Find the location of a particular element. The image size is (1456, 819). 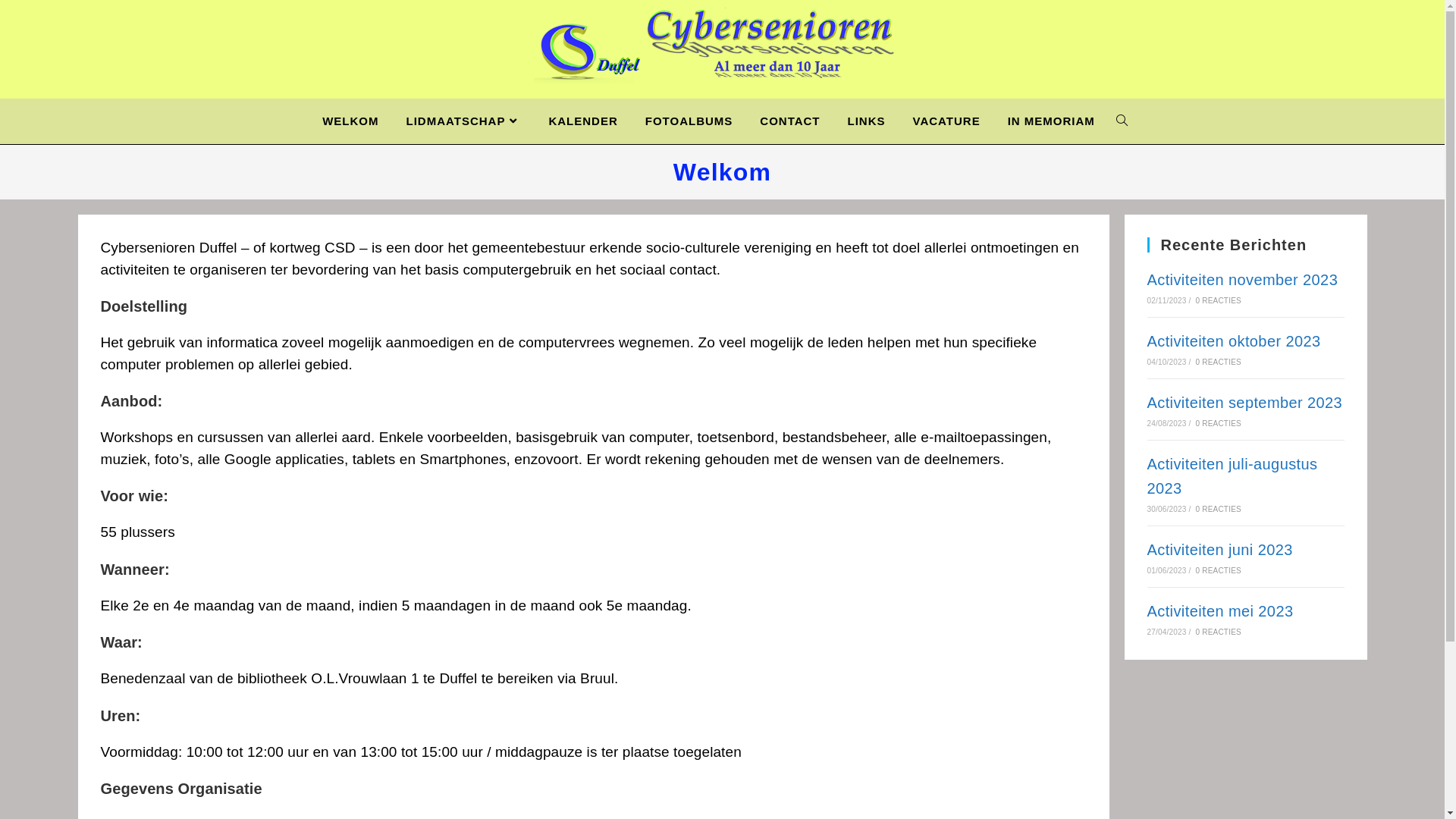

'0 REACTIES' is located at coordinates (1219, 423).